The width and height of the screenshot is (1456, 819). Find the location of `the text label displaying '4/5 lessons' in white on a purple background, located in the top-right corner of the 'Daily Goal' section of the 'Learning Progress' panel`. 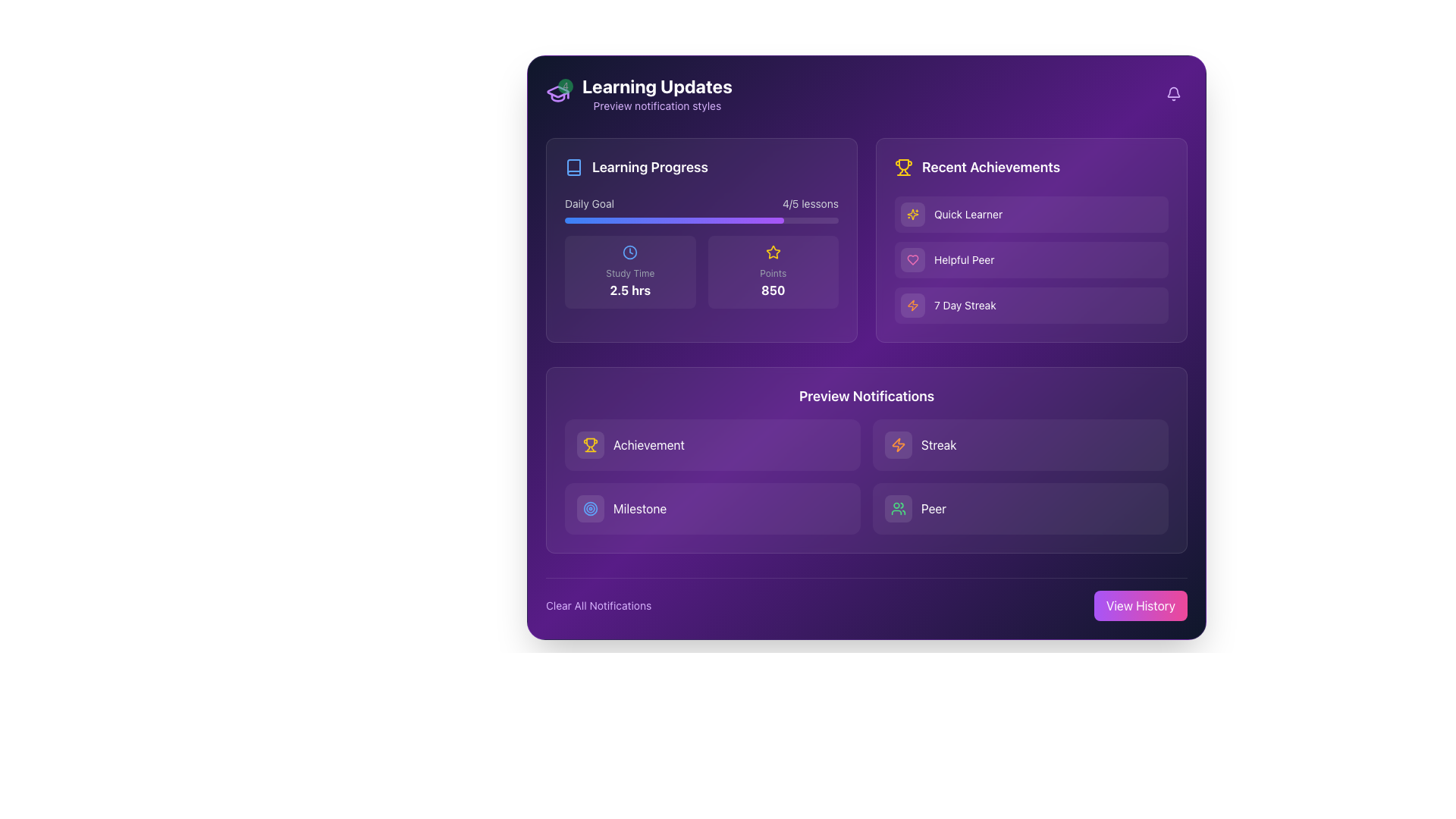

the text label displaying '4/5 lessons' in white on a purple background, located in the top-right corner of the 'Daily Goal' section of the 'Learning Progress' panel is located at coordinates (810, 203).